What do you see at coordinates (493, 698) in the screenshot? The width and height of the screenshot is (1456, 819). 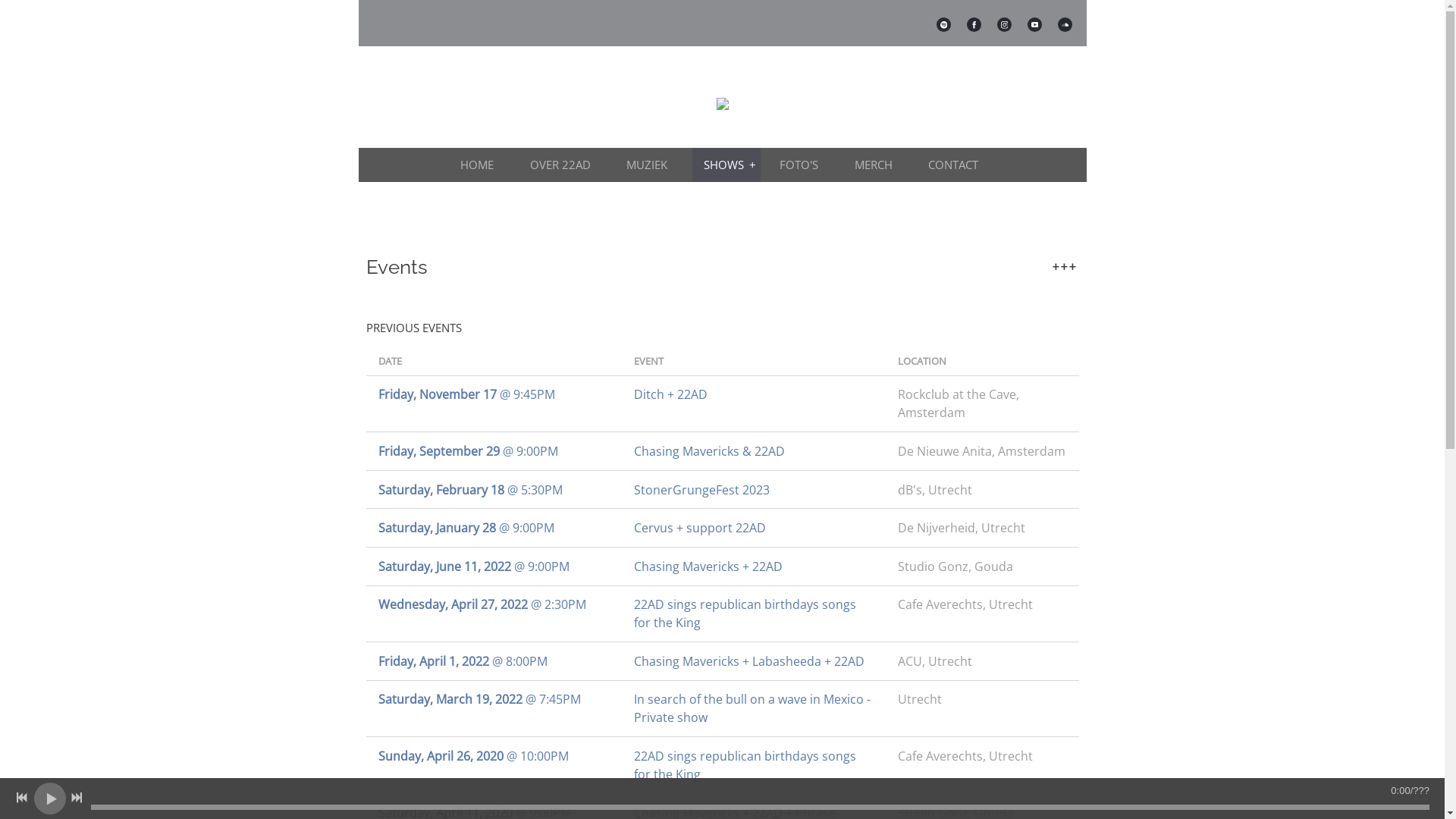 I see `'Saturday, March 19, 2022 @ 7:45PM'` at bounding box center [493, 698].